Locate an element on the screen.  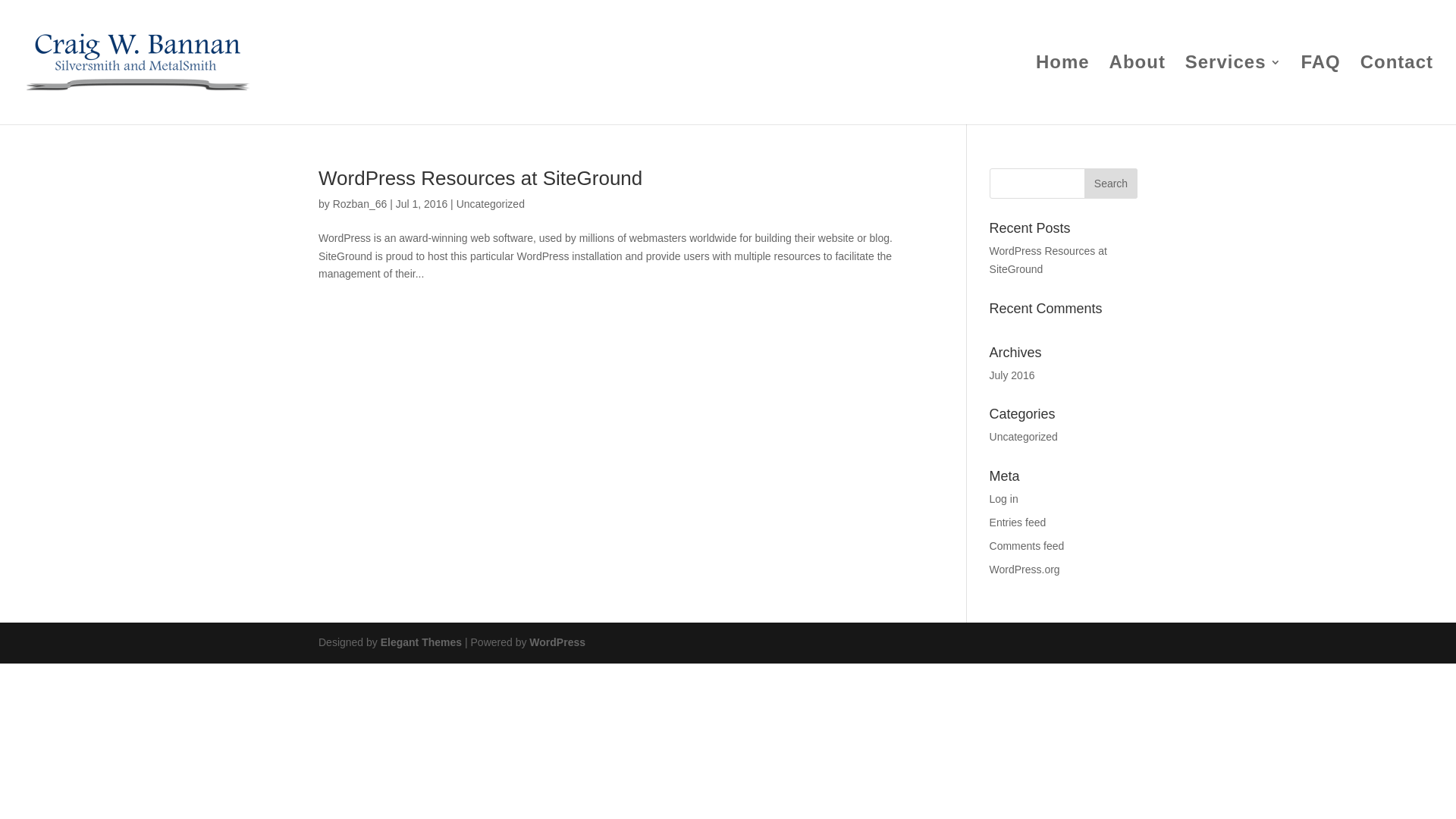
'Log in' is located at coordinates (1004, 499).